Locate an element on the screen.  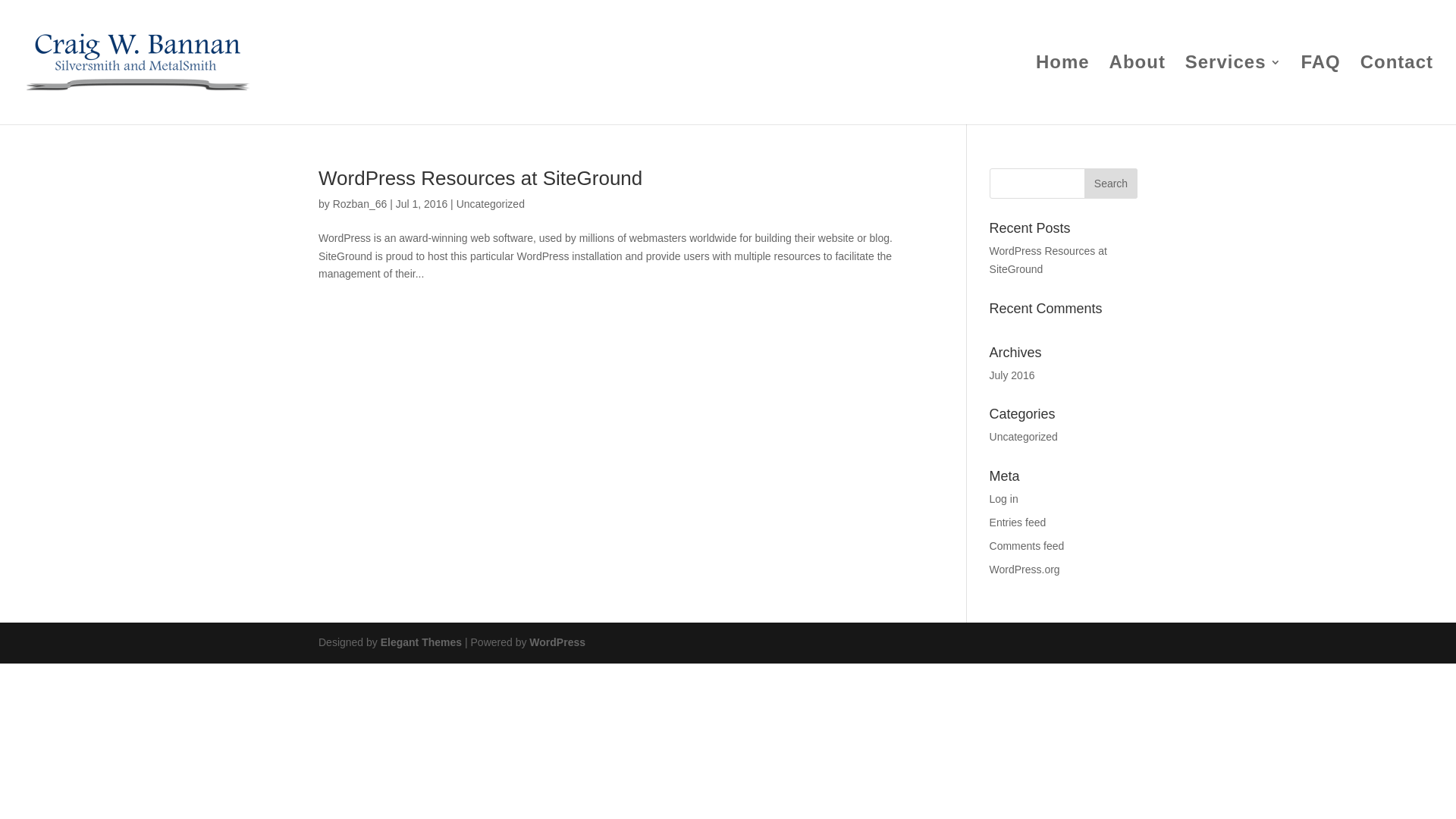
'Log in' is located at coordinates (1004, 499).